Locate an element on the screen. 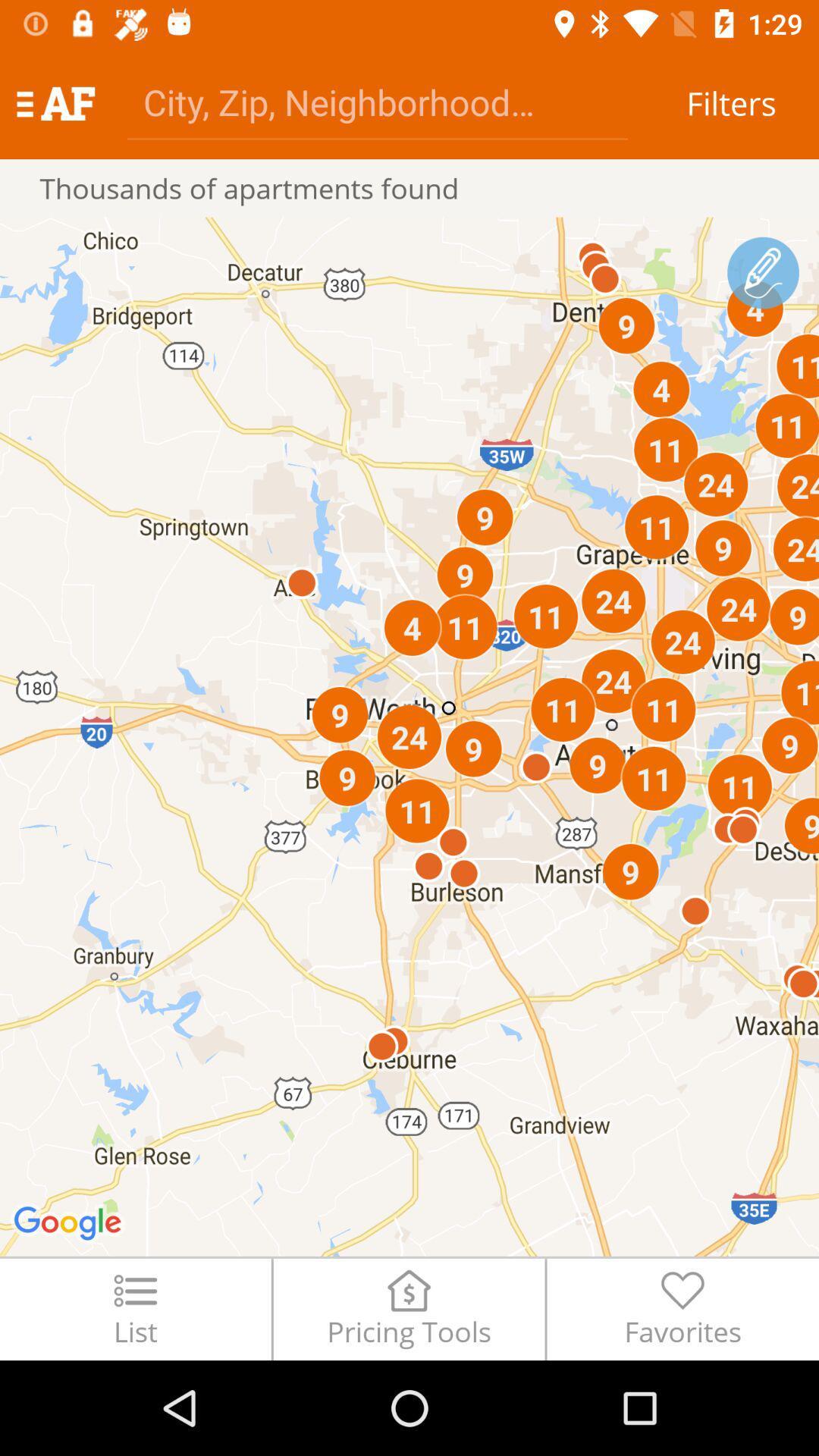  the favorites at the bottom right corner is located at coordinates (682, 1308).